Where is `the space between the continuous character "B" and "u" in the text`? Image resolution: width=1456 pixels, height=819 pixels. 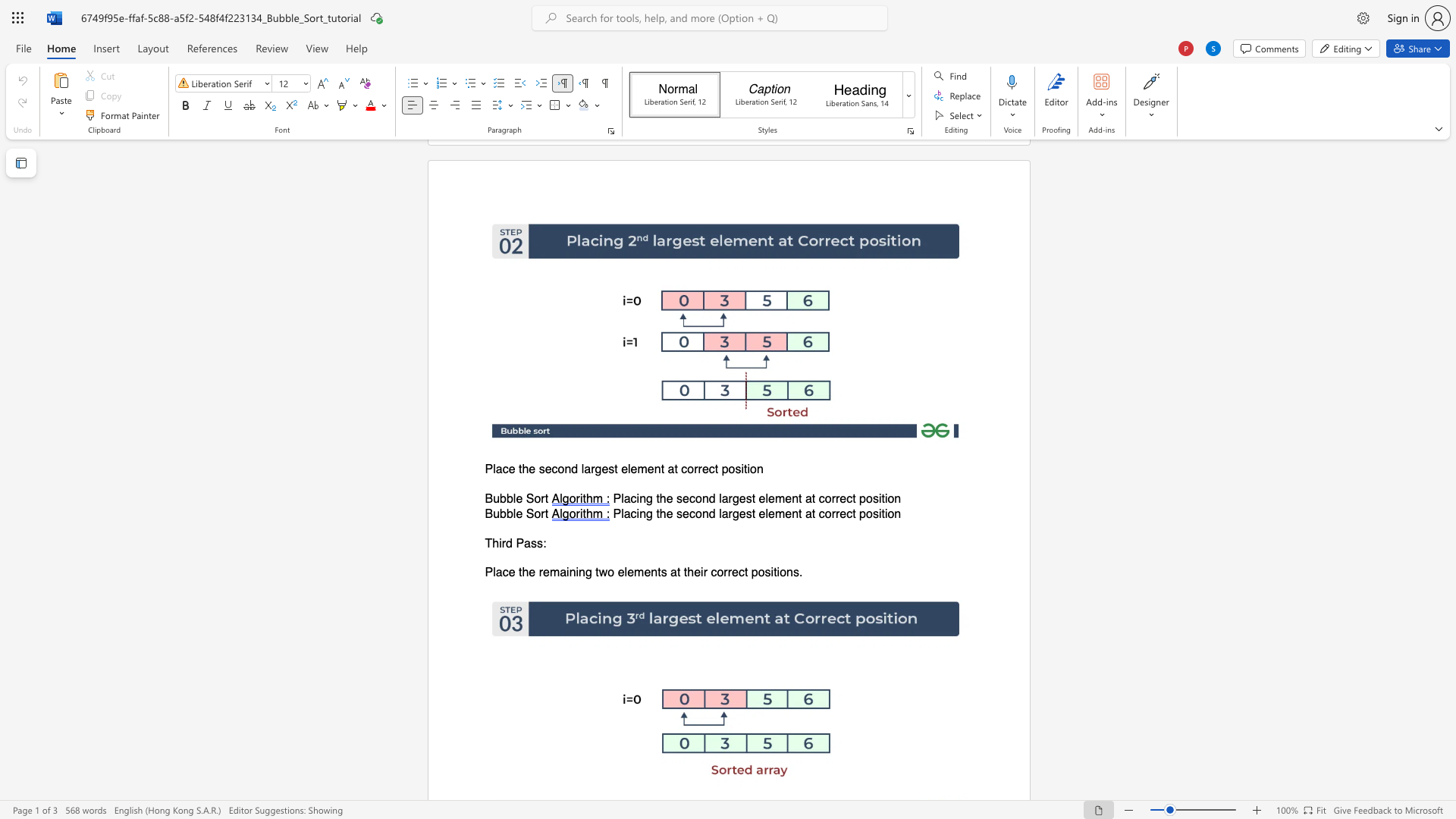
the space between the continuous character "B" and "u" in the text is located at coordinates (492, 499).